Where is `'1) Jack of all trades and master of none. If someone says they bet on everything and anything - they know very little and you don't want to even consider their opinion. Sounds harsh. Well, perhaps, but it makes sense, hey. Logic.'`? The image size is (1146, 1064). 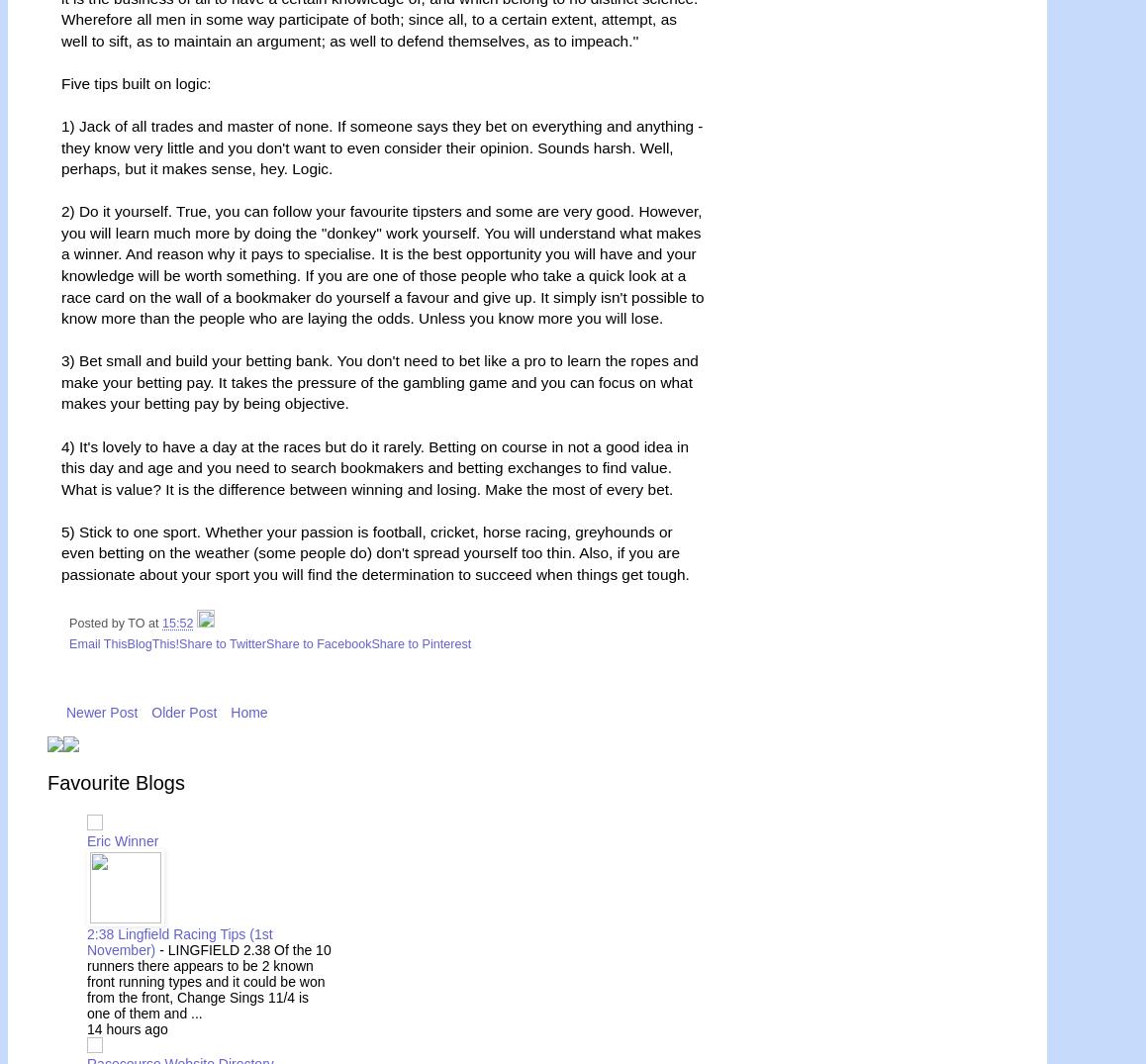 '1) Jack of all trades and master of none. If someone says they bet on everything and anything - they know very little and you don't want to even consider their opinion. Sounds harsh. Well, perhaps, but it makes sense, hey. Logic.' is located at coordinates (380, 146).